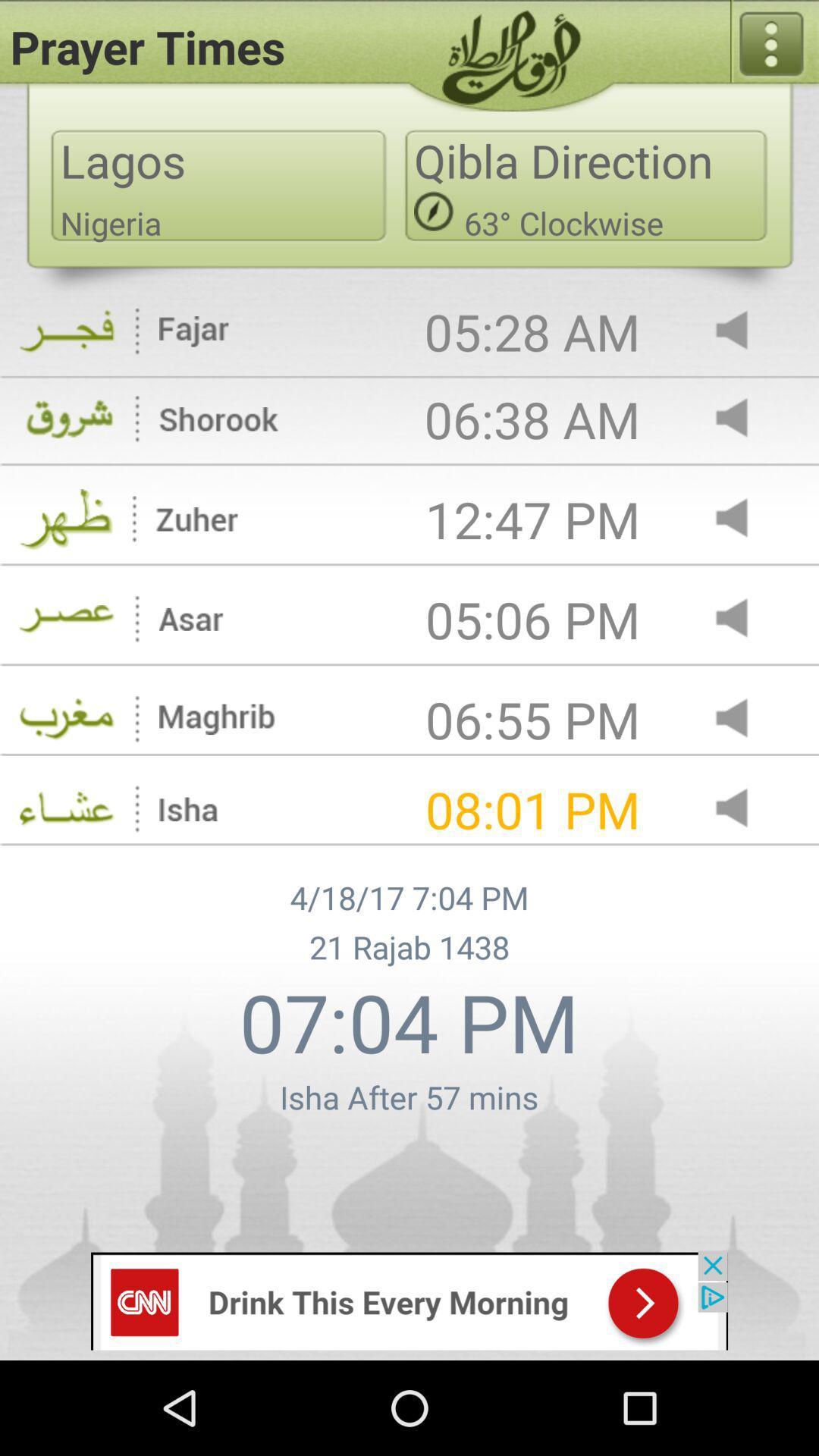 Image resolution: width=819 pixels, height=1456 pixels. What do you see at coordinates (744, 331) in the screenshot?
I see `volume` at bounding box center [744, 331].